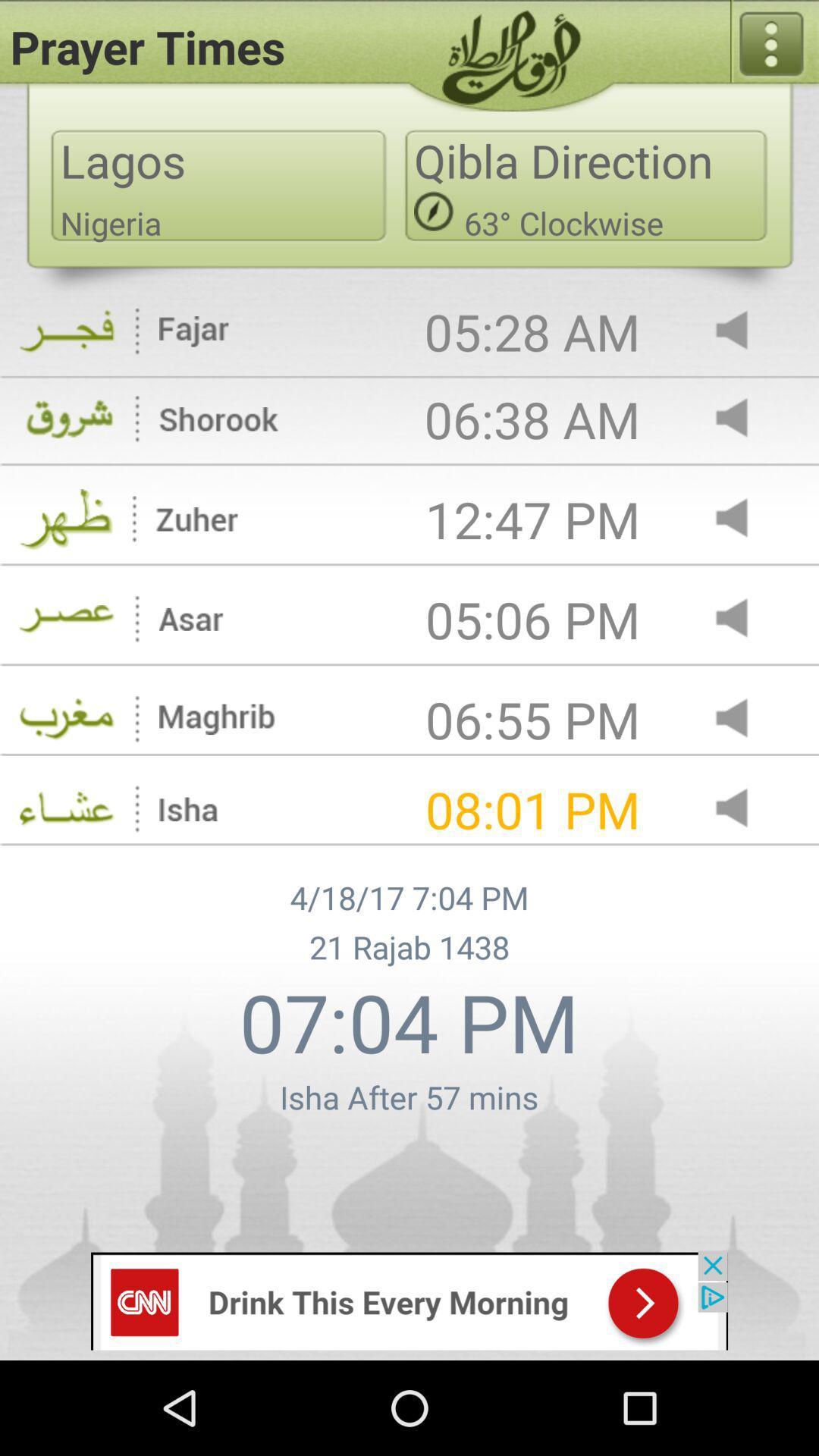 Image resolution: width=819 pixels, height=1456 pixels. What do you see at coordinates (744, 331) in the screenshot?
I see `volume` at bounding box center [744, 331].